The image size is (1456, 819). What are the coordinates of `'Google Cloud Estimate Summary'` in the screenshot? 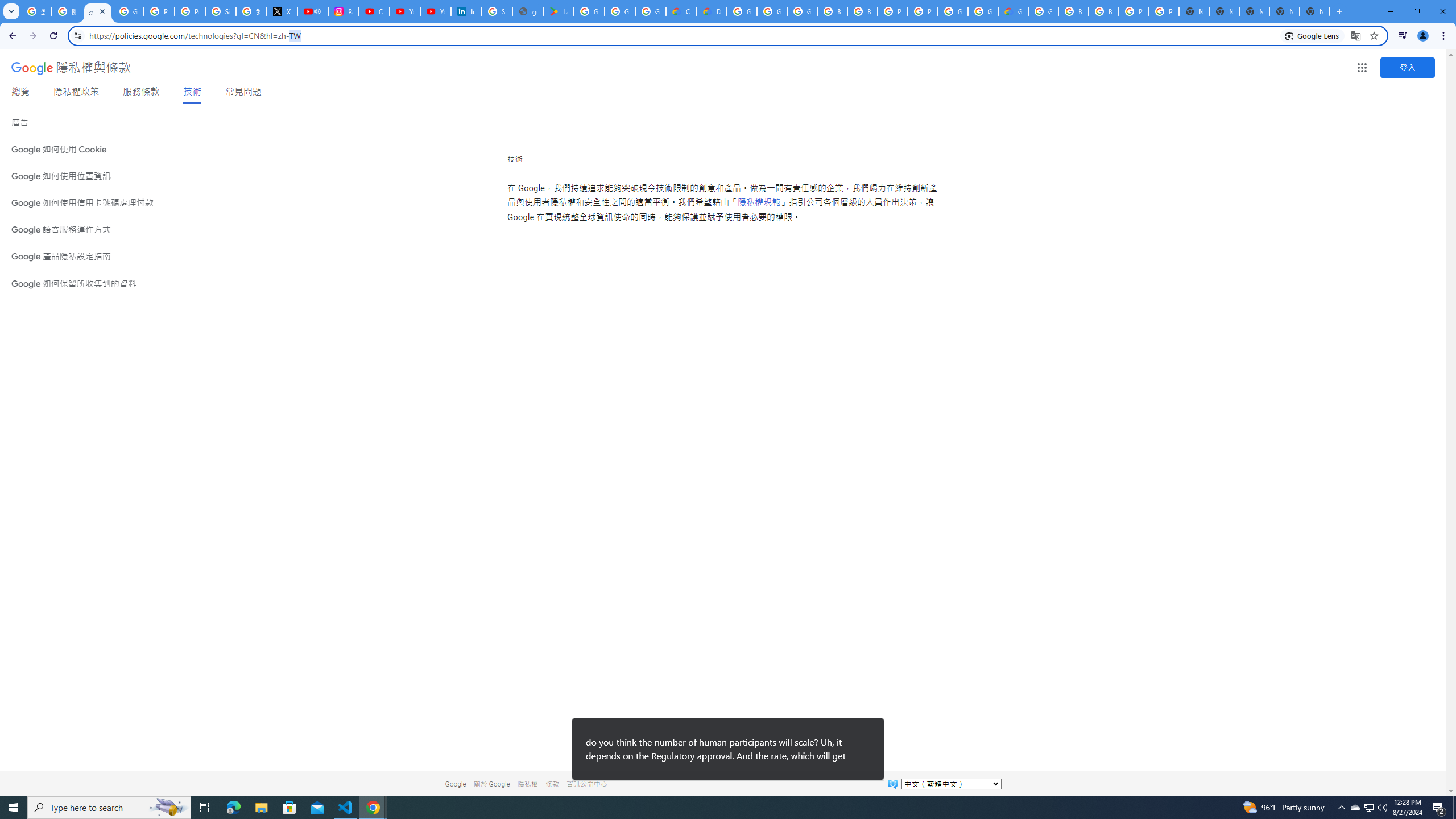 It's located at (1013, 11).